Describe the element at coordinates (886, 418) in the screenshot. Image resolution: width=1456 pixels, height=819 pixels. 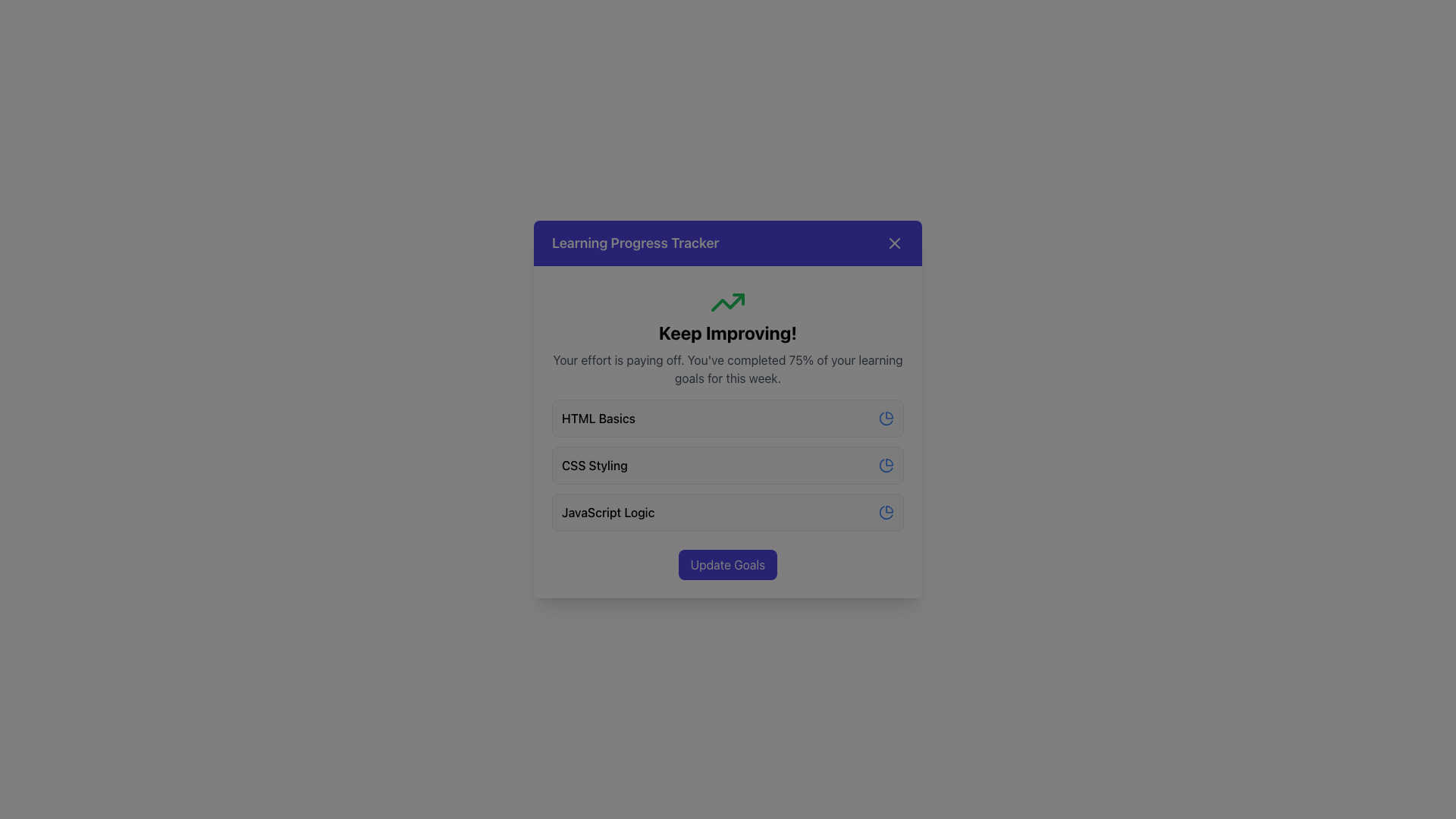
I see `the circular pie chart icon with a blue outline located in the right section of the 'HTML Basics' row in the 'Learning Progress Tracker' interface` at that location.